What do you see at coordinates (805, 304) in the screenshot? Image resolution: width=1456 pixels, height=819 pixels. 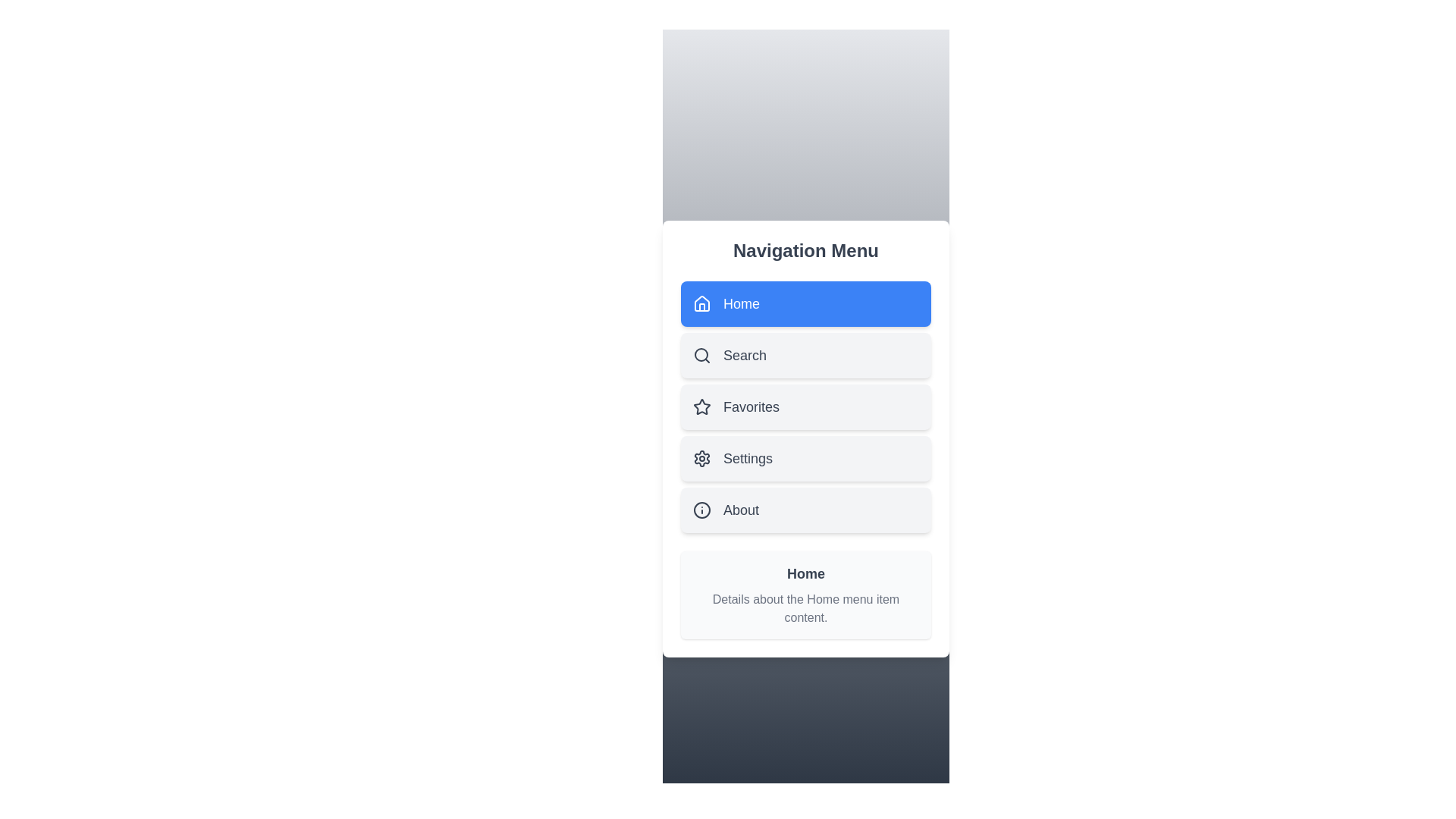 I see `the menu item Home` at bounding box center [805, 304].